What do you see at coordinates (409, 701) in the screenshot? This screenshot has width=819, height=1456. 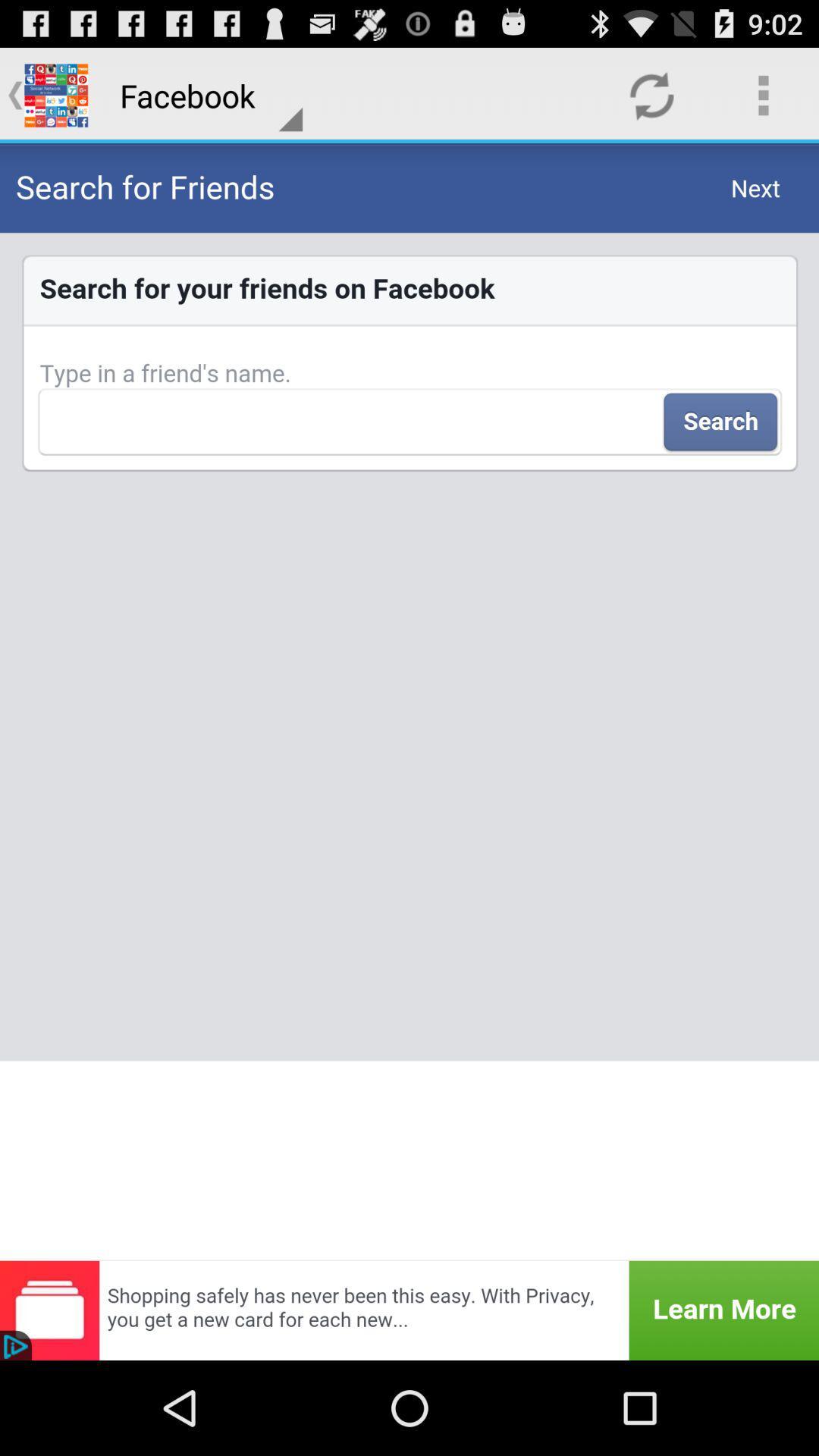 I see `the item below facebook item` at bounding box center [409, 701].